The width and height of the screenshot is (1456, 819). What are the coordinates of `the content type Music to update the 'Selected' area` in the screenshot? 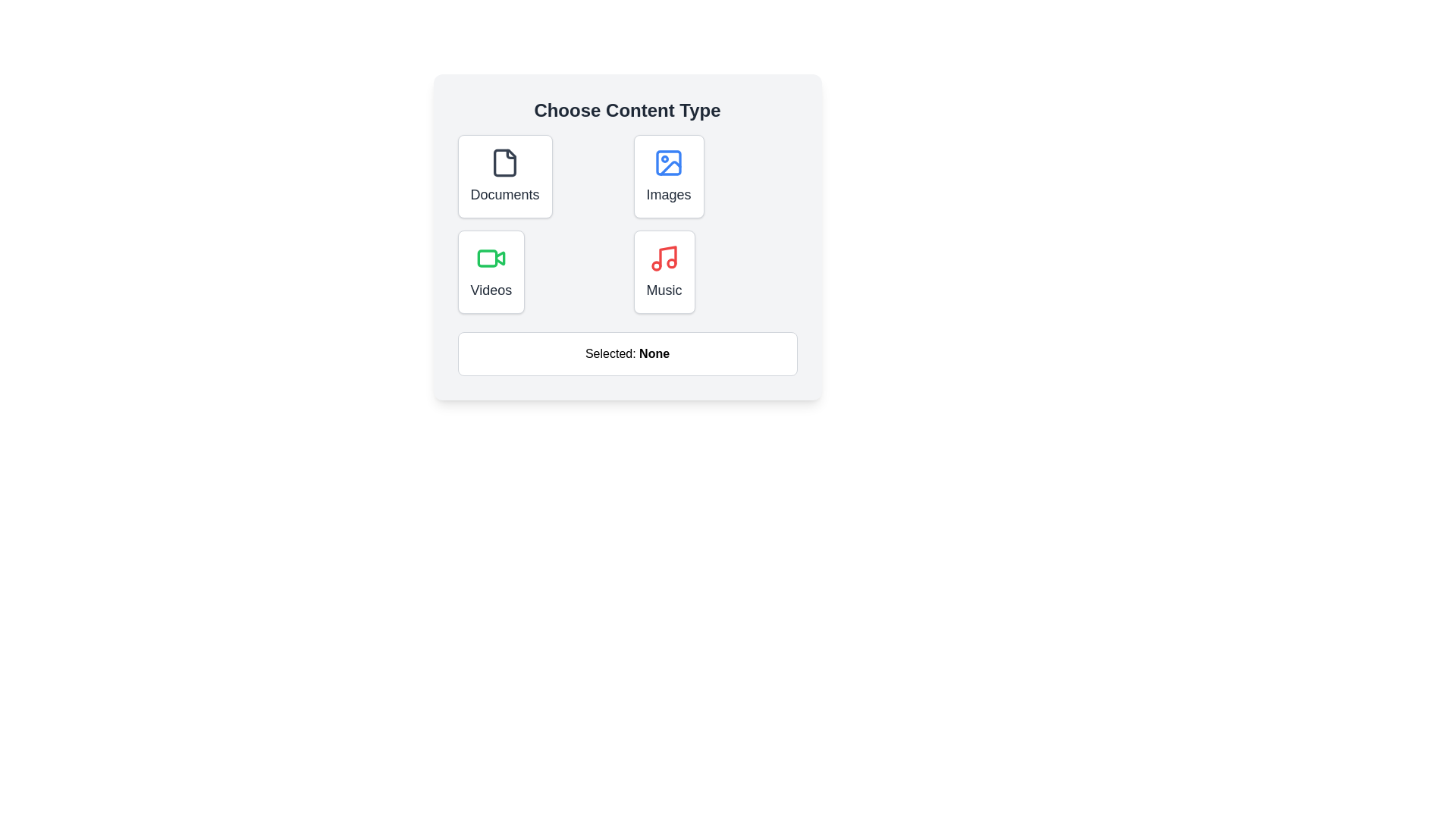 It's located at (664, 271).